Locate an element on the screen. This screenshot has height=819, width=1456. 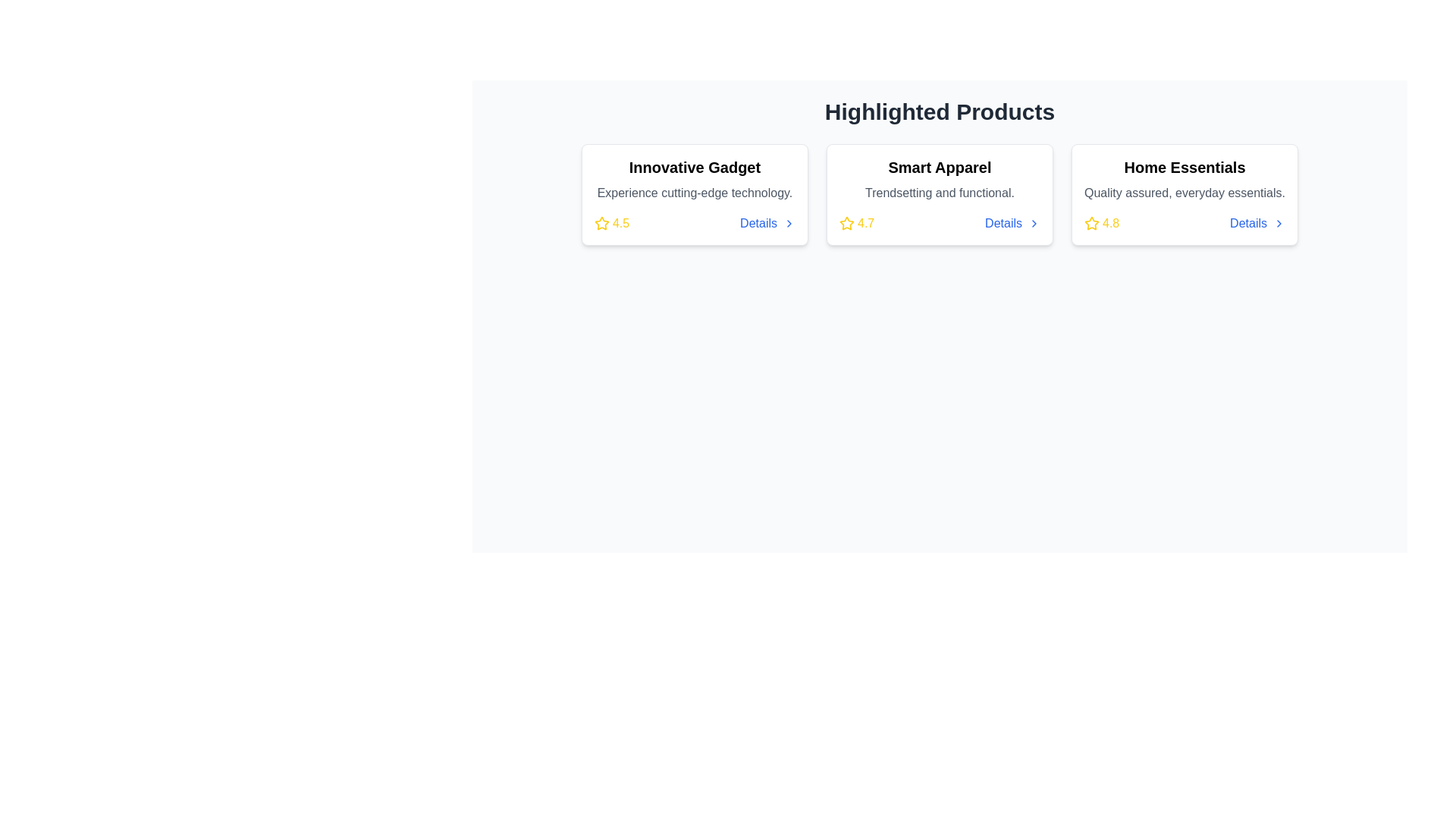
the right-pointing chevron icon next to the 'Details' text link in the second card labeled 'Smart Apparel' is located at coordinates (1033, 223).